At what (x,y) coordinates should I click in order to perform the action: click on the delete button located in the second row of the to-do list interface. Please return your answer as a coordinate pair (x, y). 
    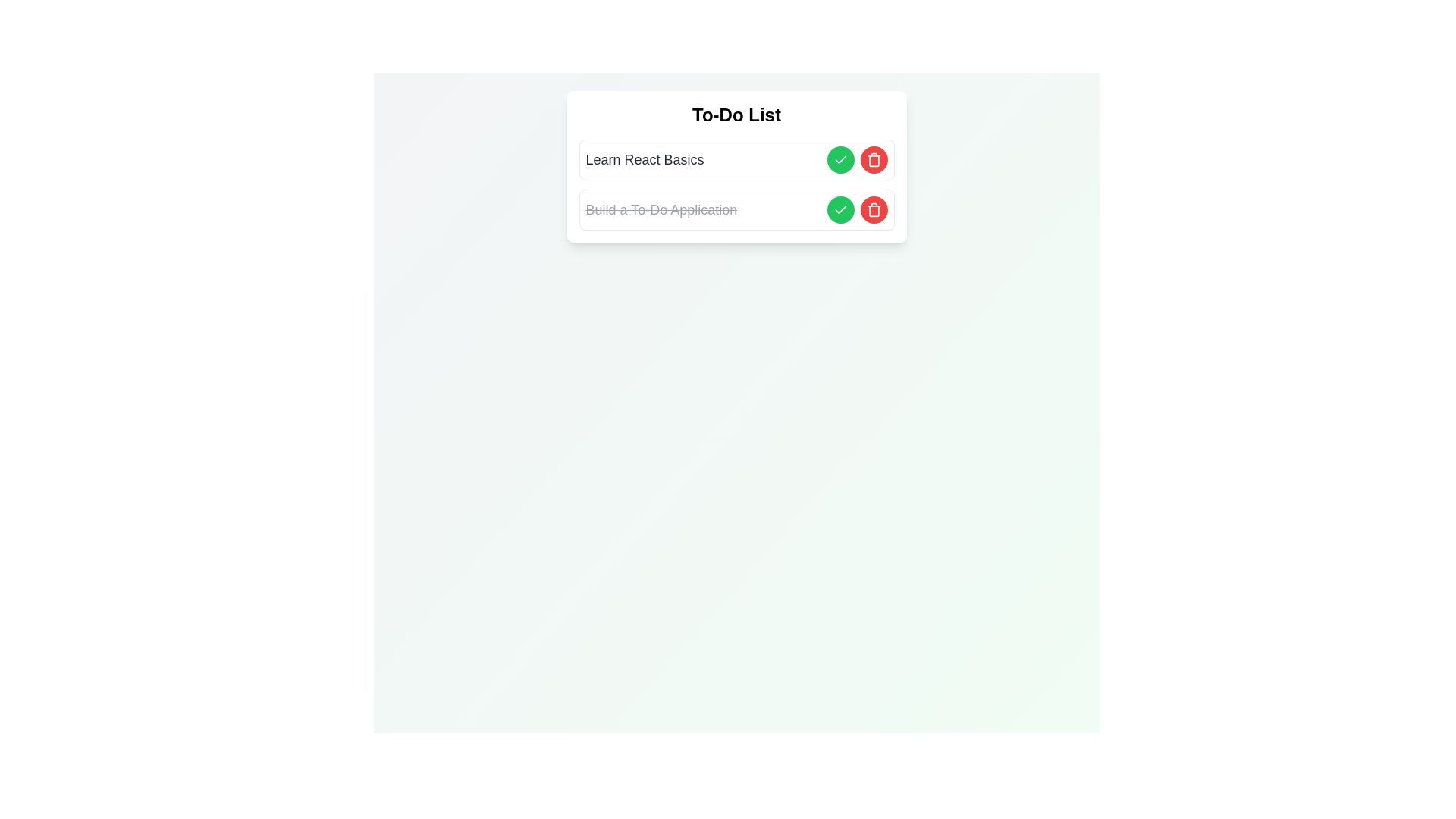
    Looking at the image, I should click on (874, 160).